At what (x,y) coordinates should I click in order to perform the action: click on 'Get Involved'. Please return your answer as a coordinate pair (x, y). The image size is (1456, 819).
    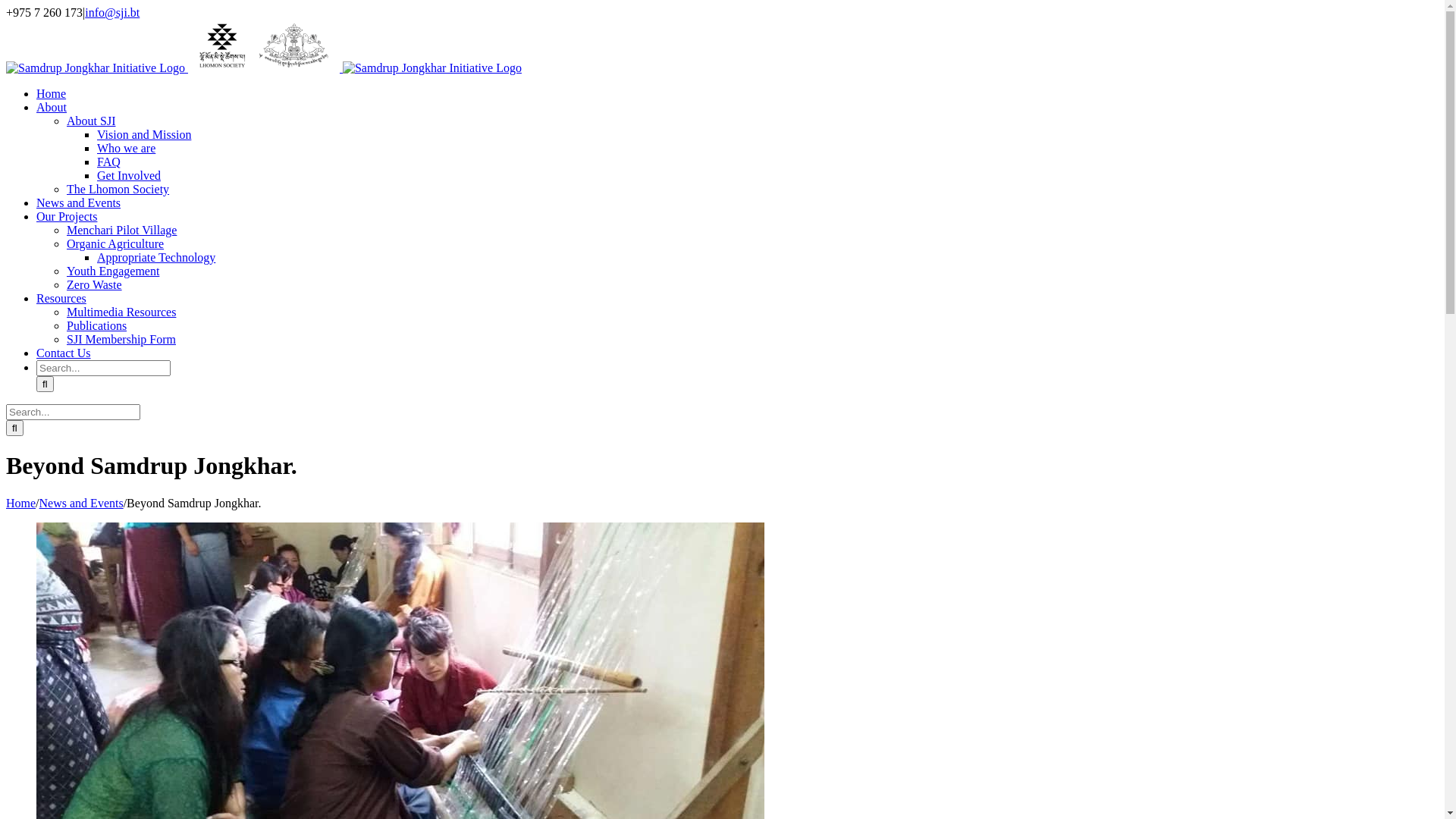
    Looking at the image, I should click on (96, 174).